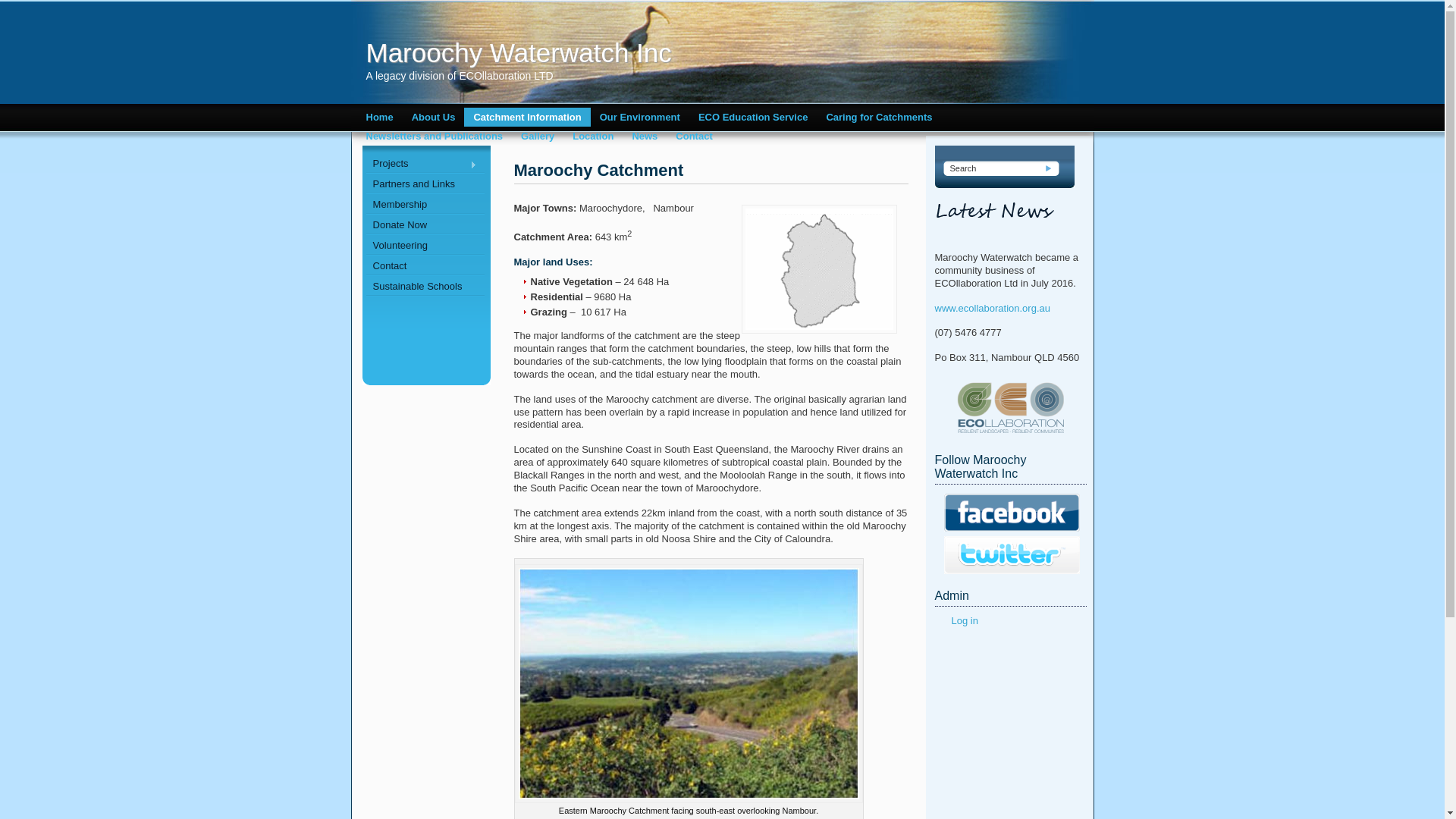  I want to click on 'Location', so click(592, 135).